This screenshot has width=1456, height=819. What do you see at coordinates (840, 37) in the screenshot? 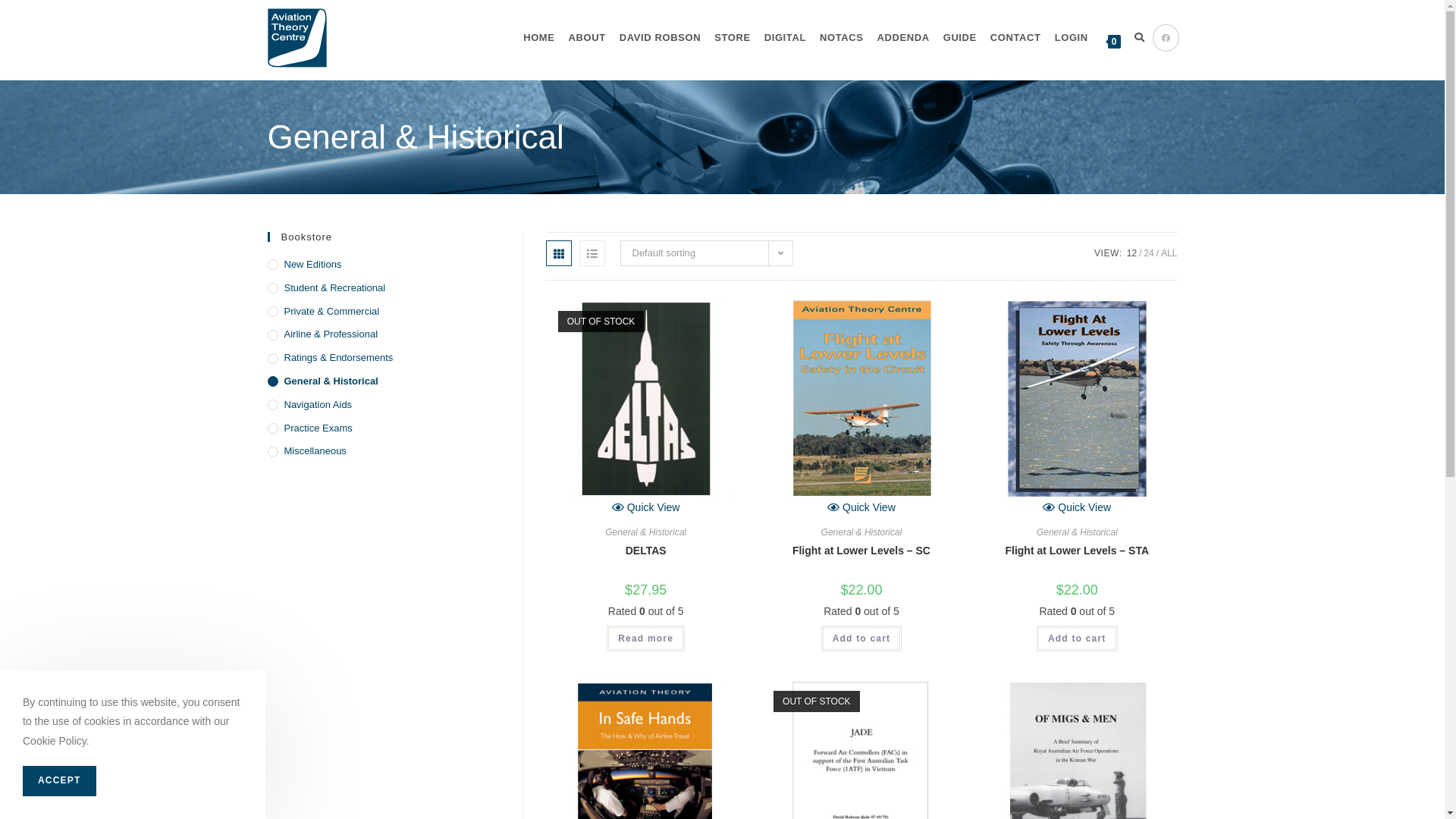
I see `'NOTACS'` at bounding box center [840, 37].